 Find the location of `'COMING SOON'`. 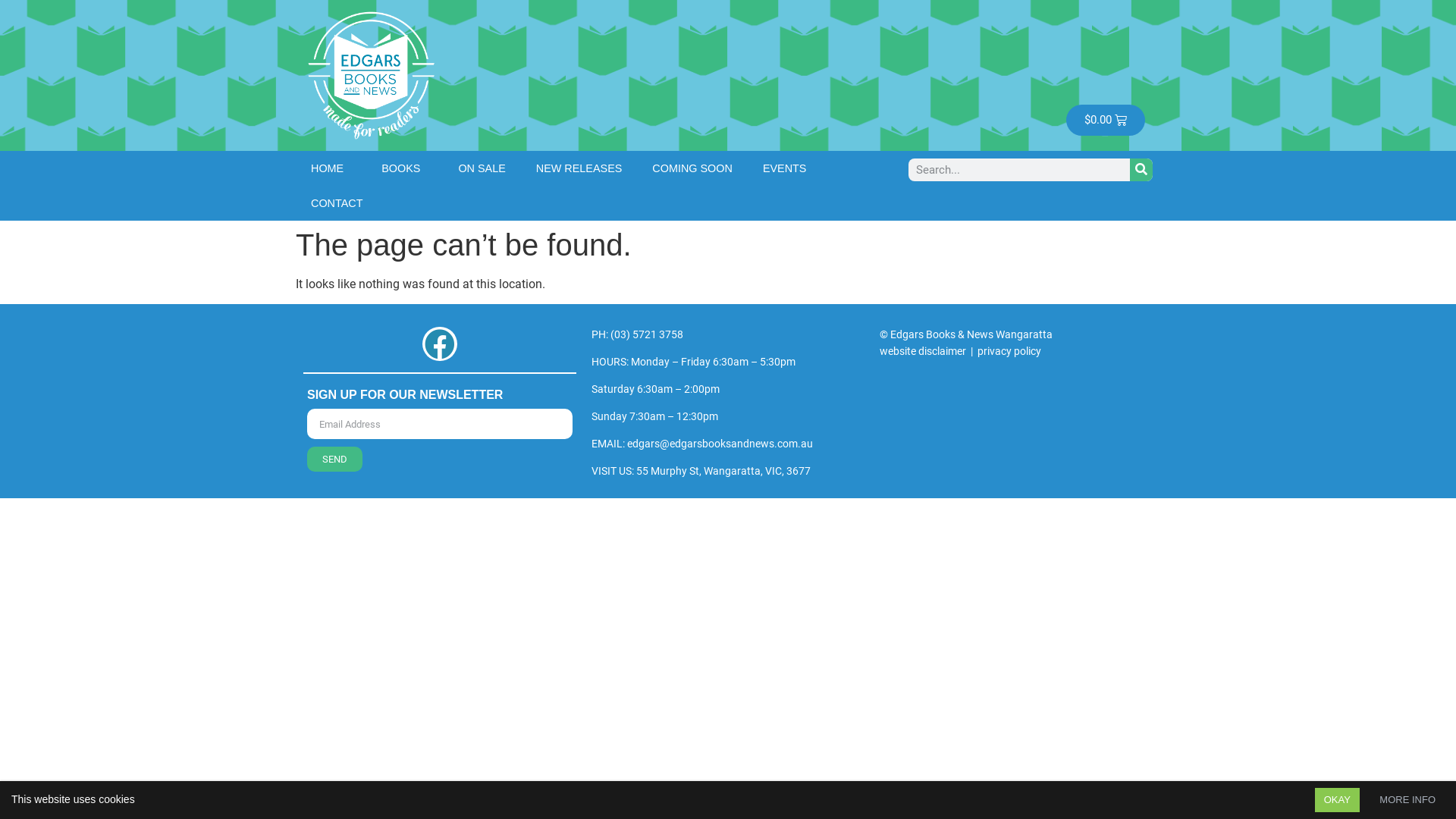

'COMING SOON' is located at coordinates (691, 167).